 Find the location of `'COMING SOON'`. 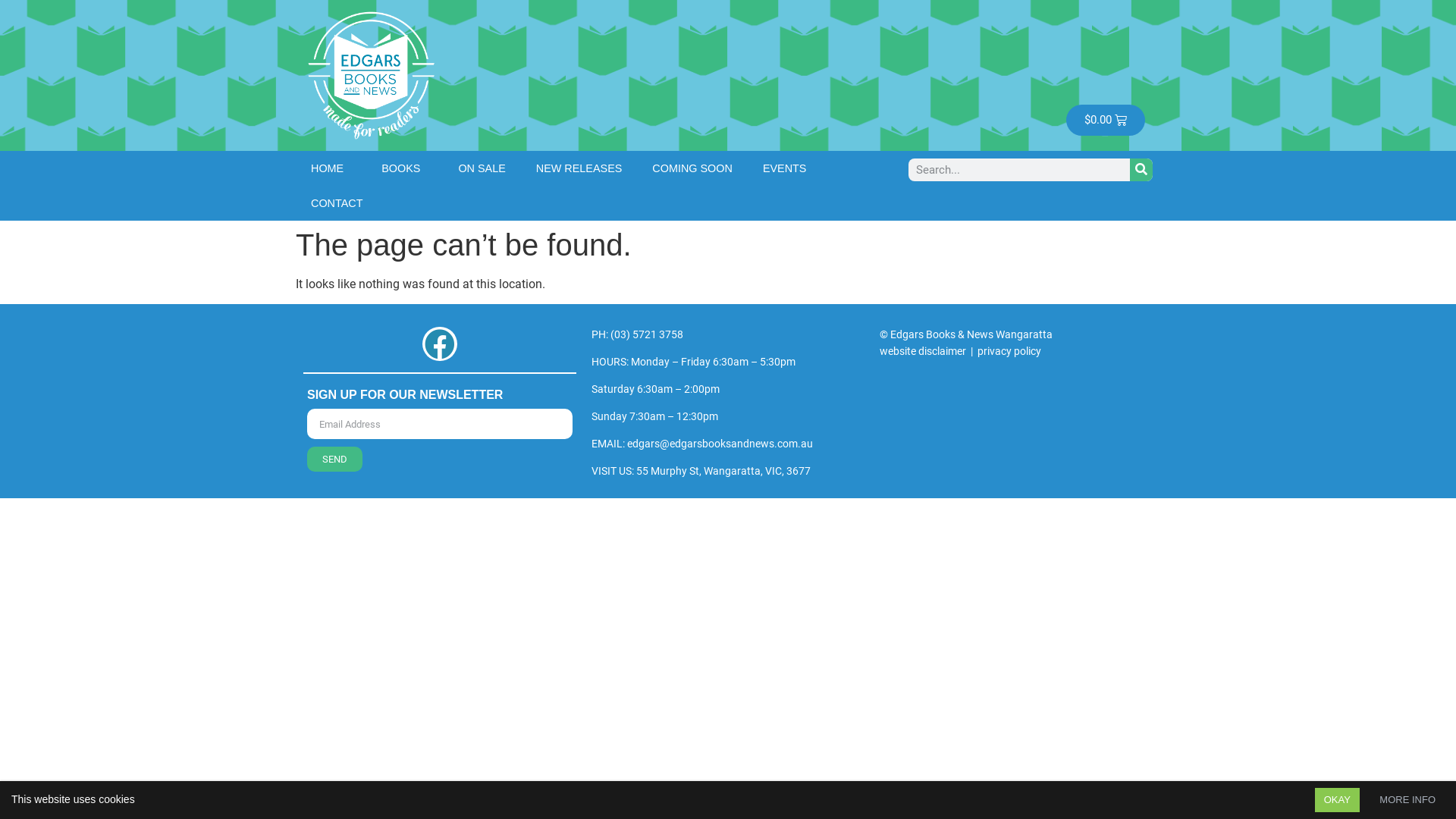

'COMING SOON' is located at coordinates (691, 167).